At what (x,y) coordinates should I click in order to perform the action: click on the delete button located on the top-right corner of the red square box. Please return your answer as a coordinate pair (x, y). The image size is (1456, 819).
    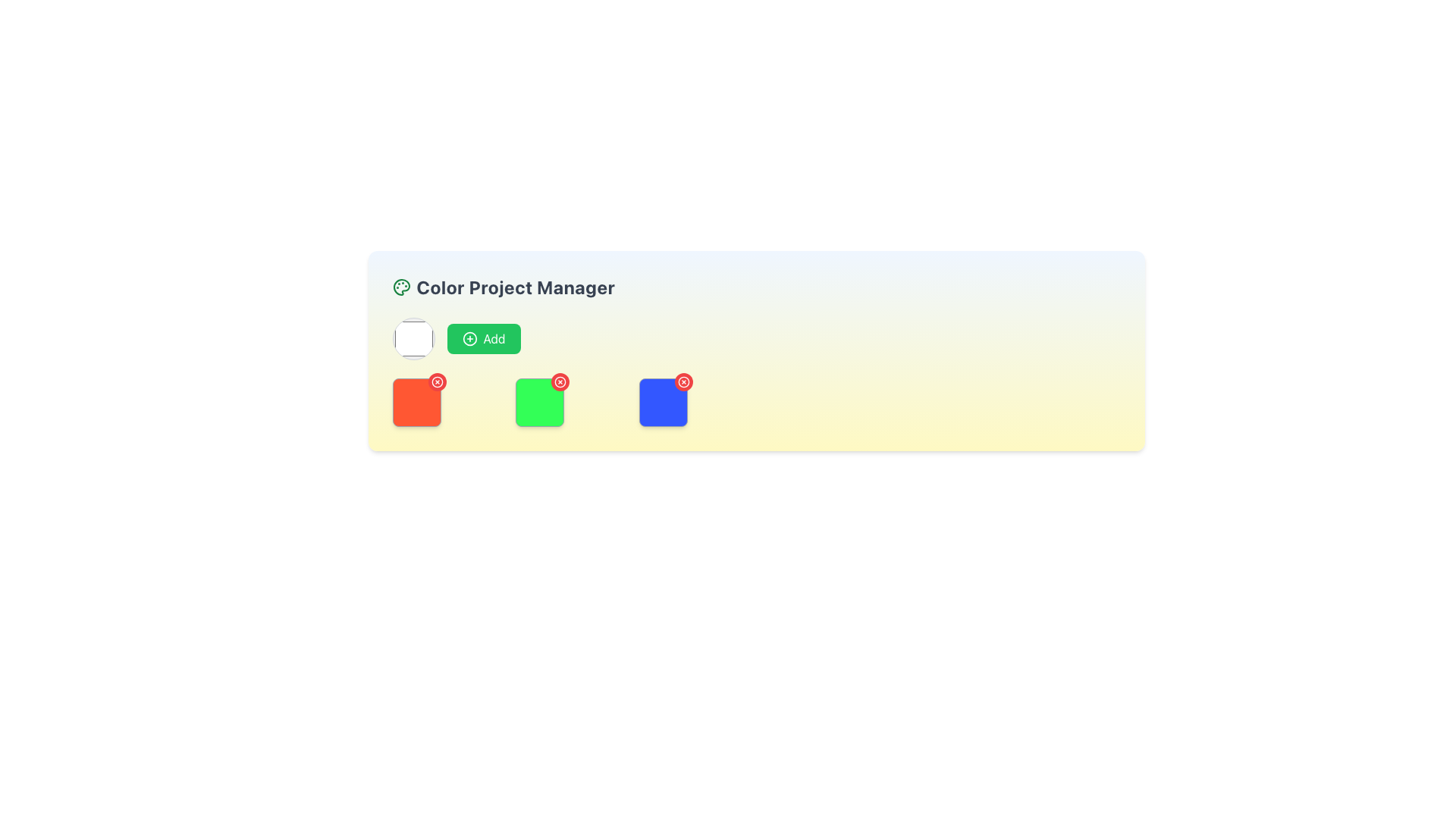
    Looking at the image, I should click on (436, 381).